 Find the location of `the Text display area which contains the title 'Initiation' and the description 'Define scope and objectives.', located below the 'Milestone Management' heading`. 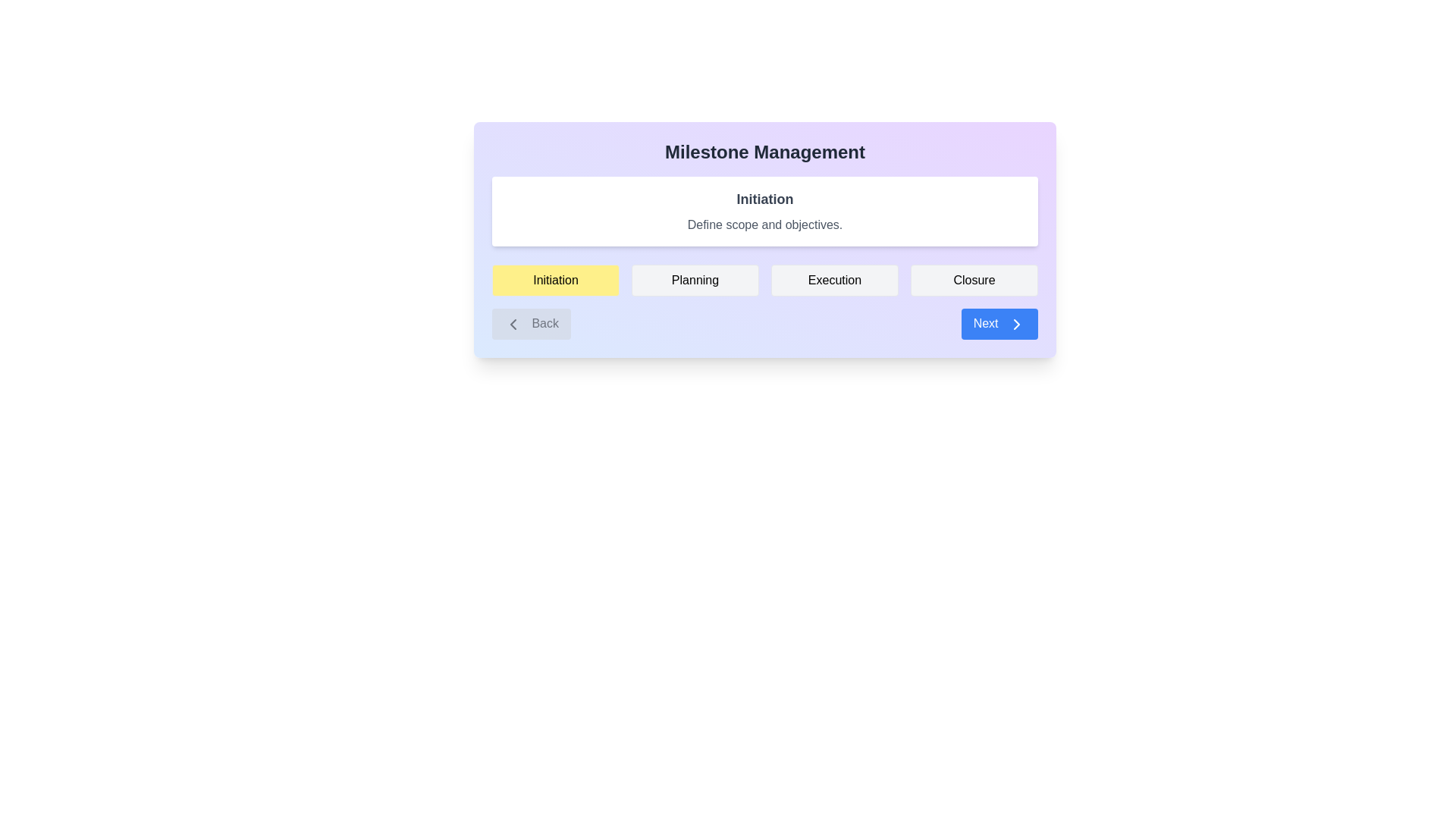

the Text display area which contains the title 'Initiation' and the description 'Define scope and objectives.', located below the 'Milestone Management' heading is located at coordinates (764, 211).